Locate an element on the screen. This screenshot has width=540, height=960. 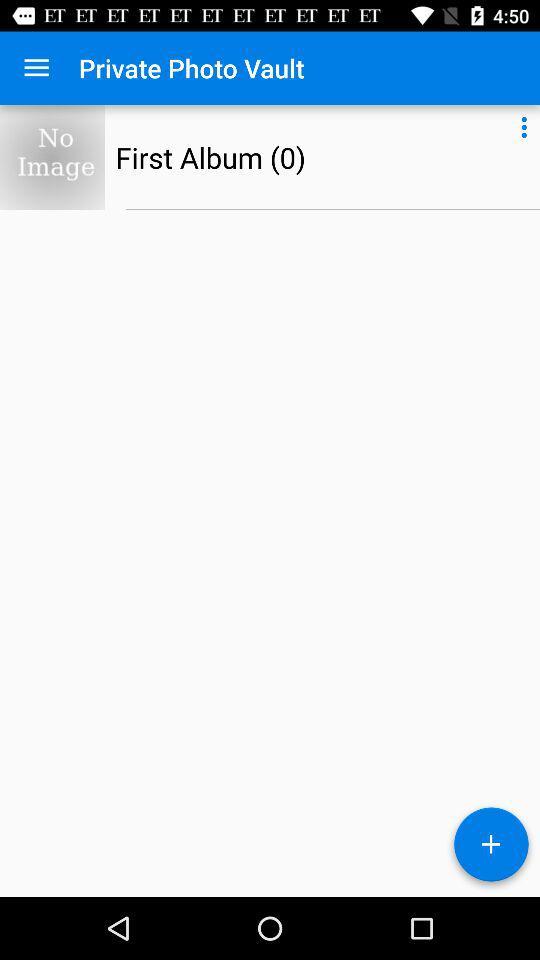
icon at the top right corner is located at coordinates (524, 123).